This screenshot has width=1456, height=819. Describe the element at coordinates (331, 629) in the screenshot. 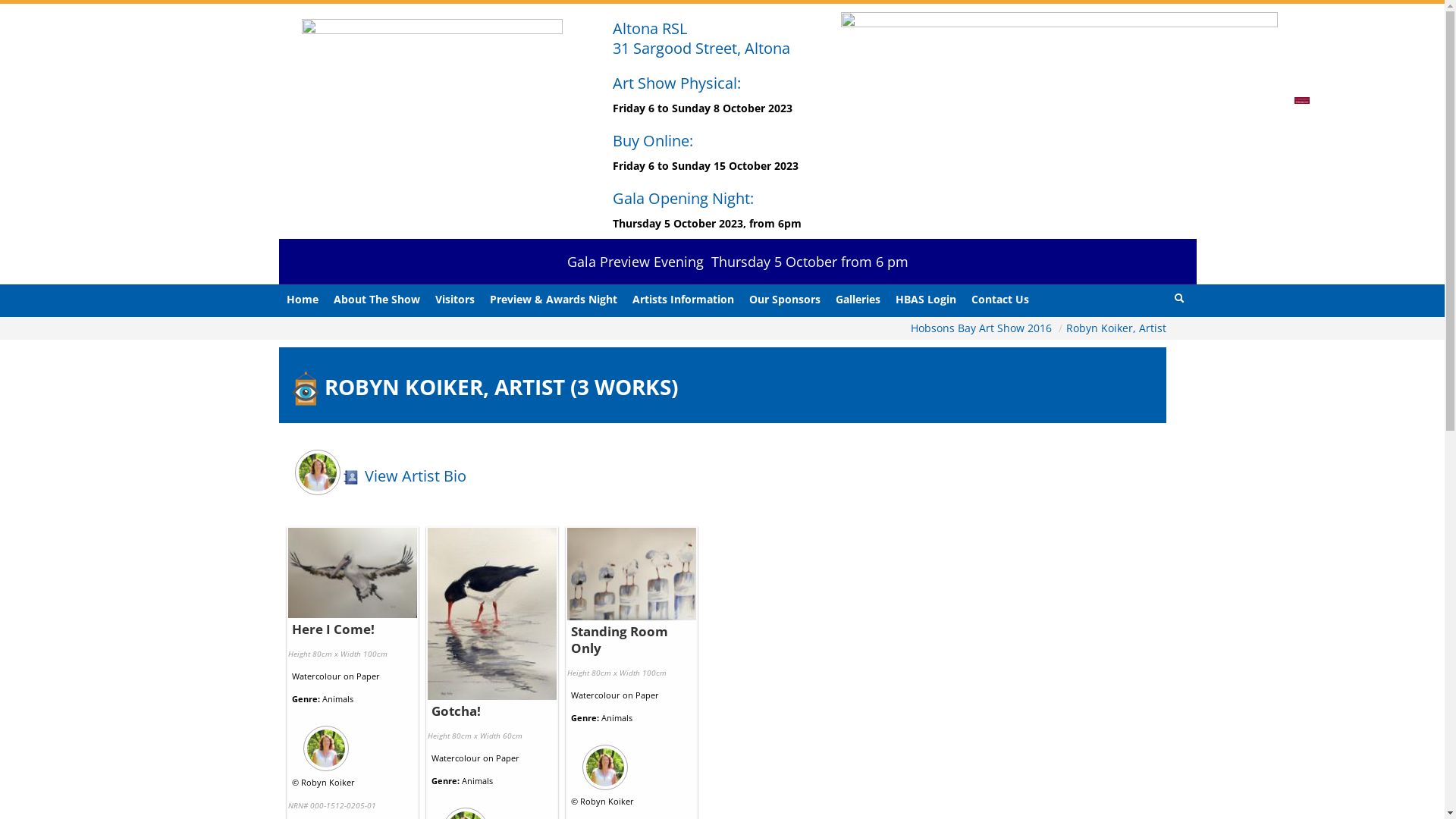

I see `'Here I Come!'` at that location.